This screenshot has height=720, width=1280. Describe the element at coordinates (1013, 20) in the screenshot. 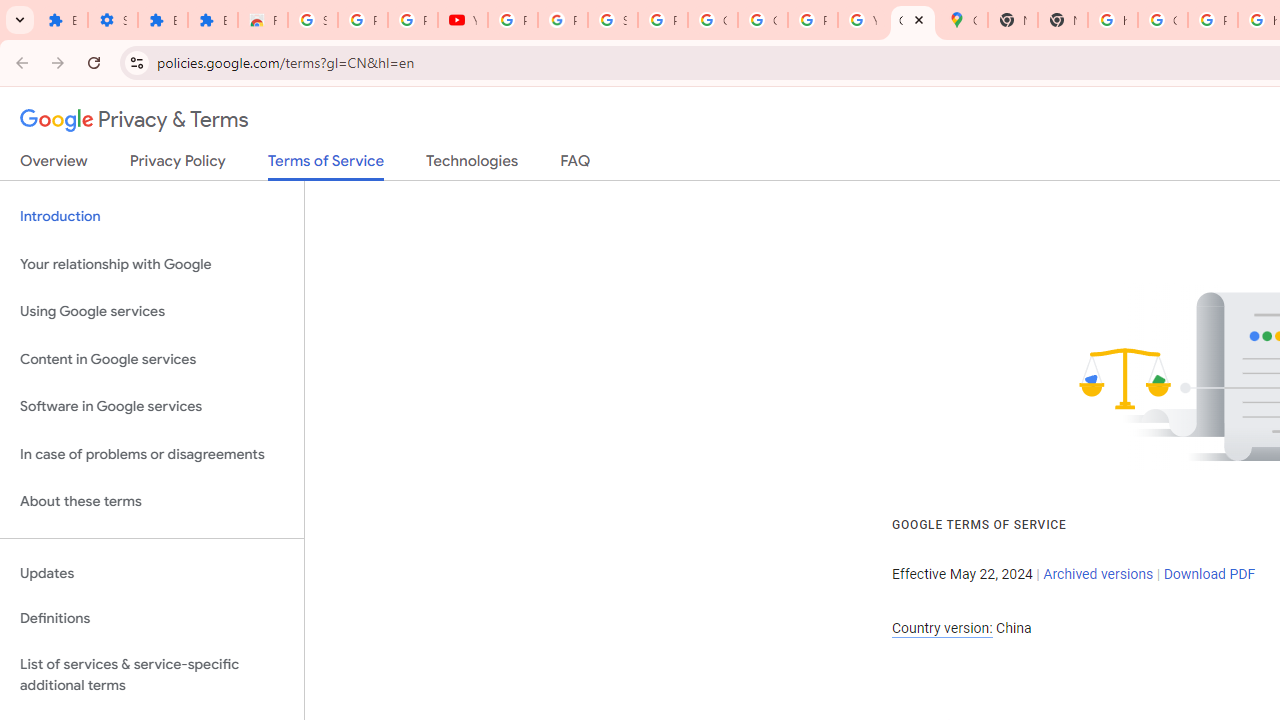

I see `'New Tab'` at that location.